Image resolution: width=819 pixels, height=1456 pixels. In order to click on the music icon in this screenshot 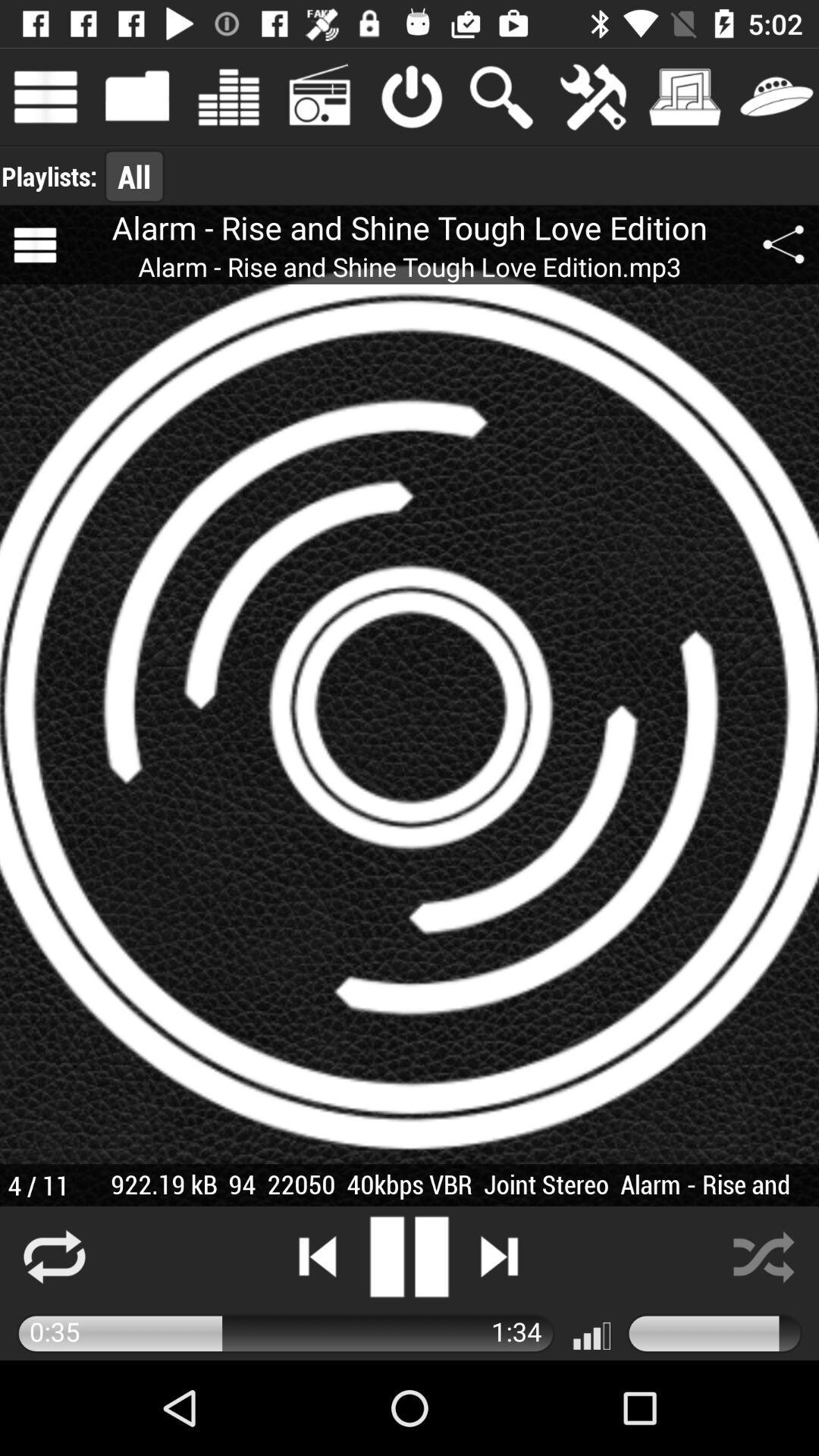, I will do `click(685, 96)`.